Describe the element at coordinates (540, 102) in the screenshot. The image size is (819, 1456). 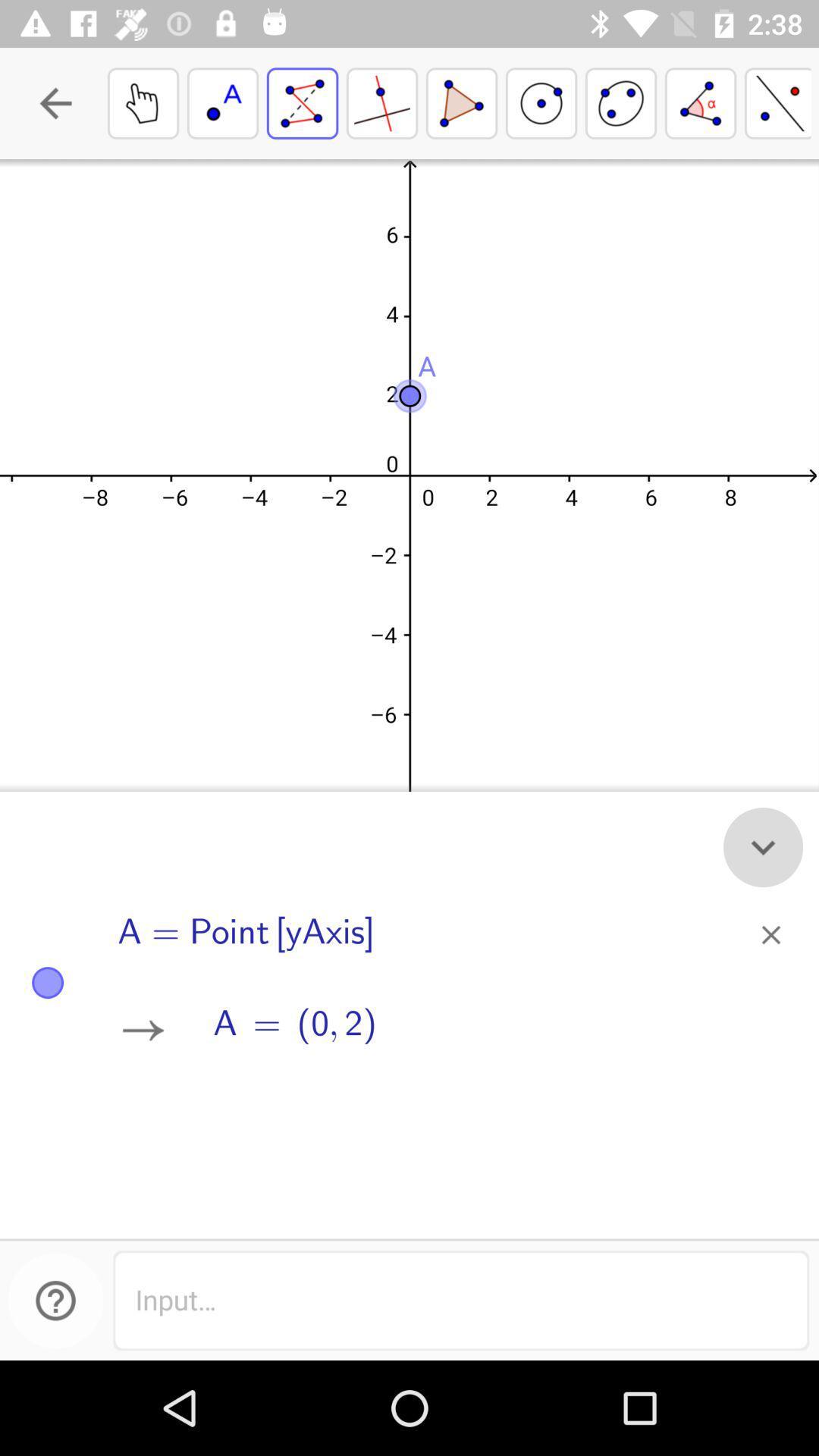
I see `the fourth box from the top right corner` at that location.